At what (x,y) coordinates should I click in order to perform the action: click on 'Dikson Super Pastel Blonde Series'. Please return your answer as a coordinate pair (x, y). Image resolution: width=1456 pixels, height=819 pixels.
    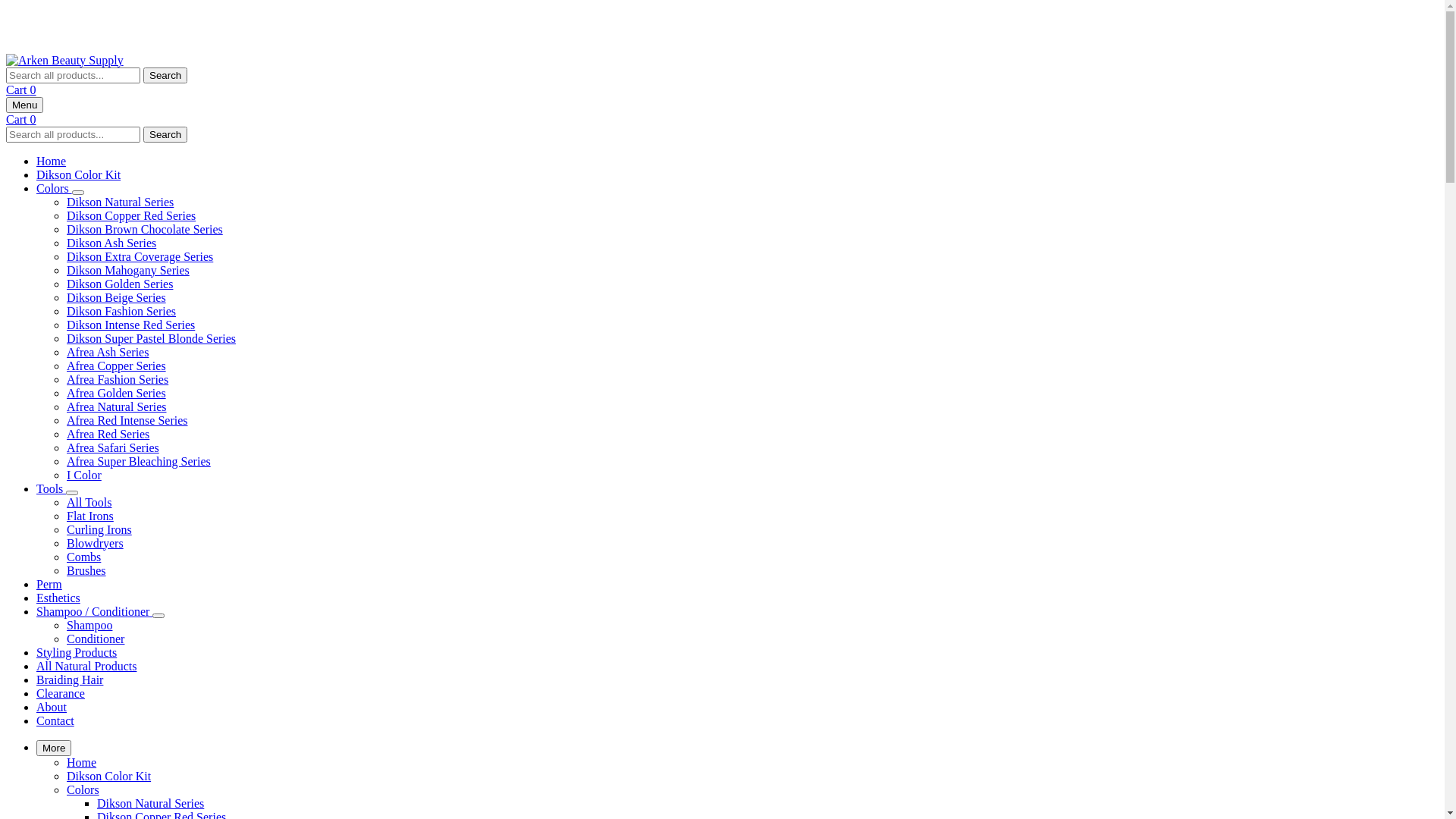
    Looking at the image, I should click on (151, 337).